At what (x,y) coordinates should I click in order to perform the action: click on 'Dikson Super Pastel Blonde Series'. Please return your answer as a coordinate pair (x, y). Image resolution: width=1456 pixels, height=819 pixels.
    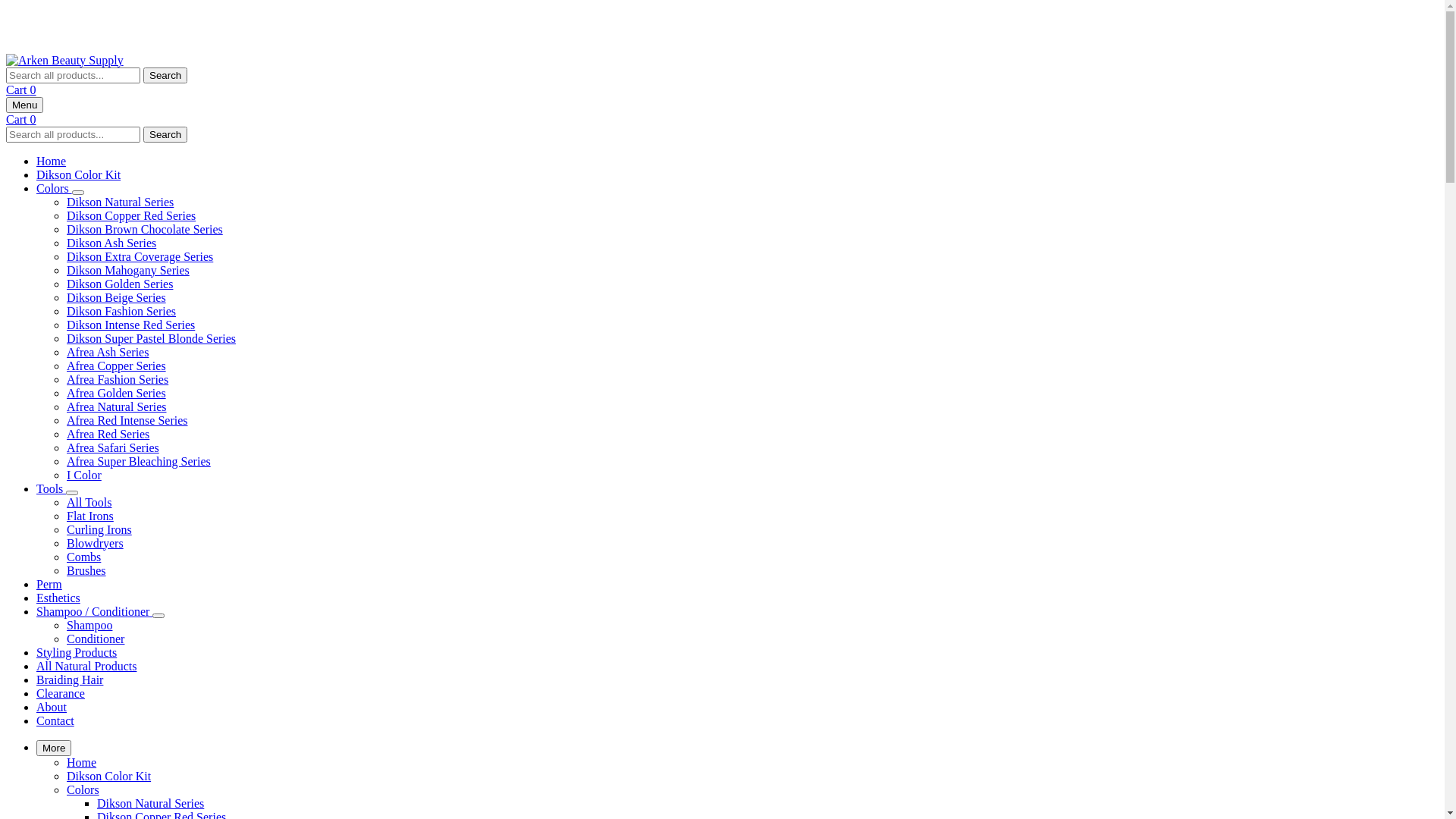
    Looking at the image, I should click on (151, 337).